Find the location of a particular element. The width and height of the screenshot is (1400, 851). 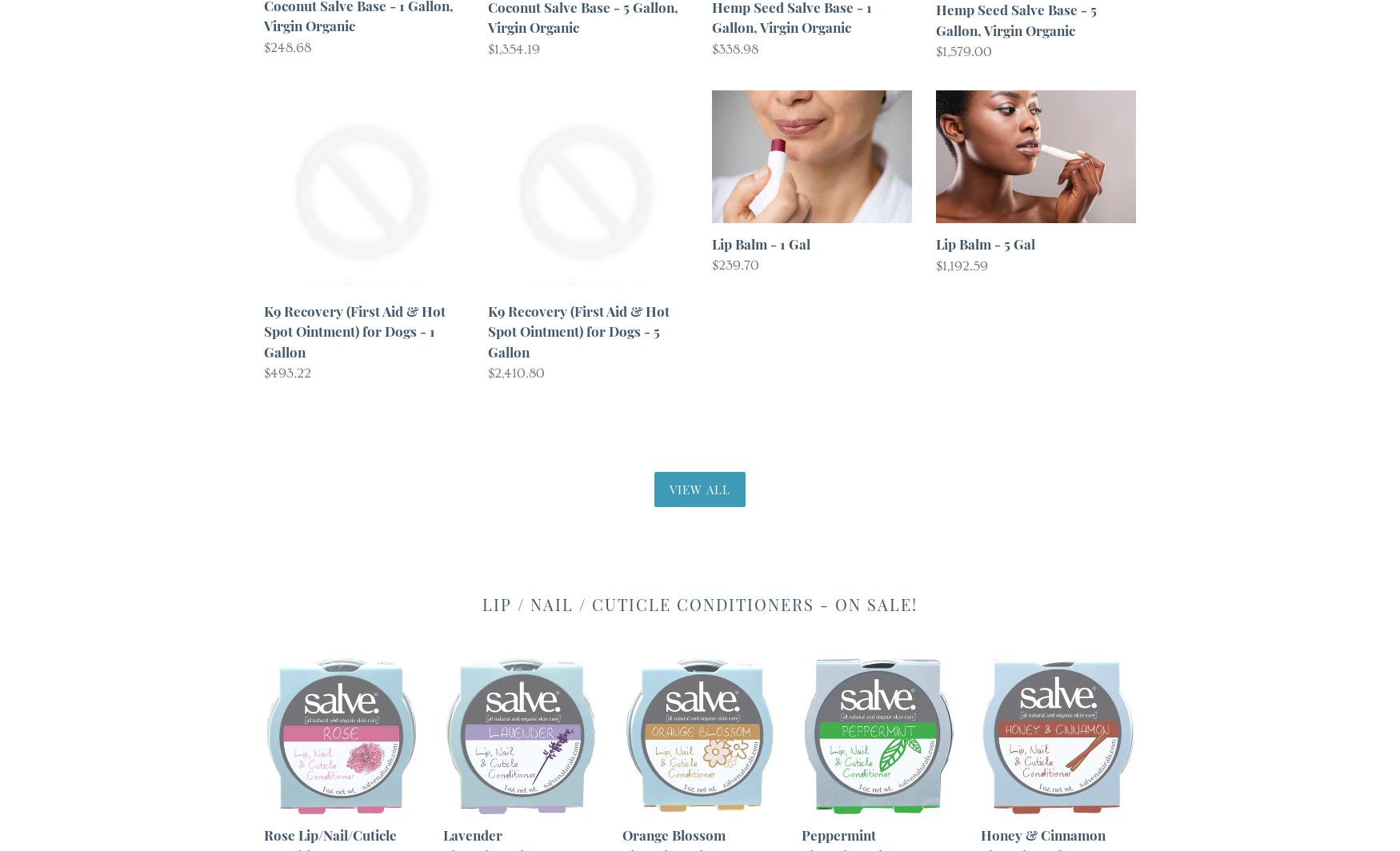

'K9 Recovery (First Aid & Hot Spot Ointment) for Dogs - 5 Gallon' is located at coordinates (578, 330).